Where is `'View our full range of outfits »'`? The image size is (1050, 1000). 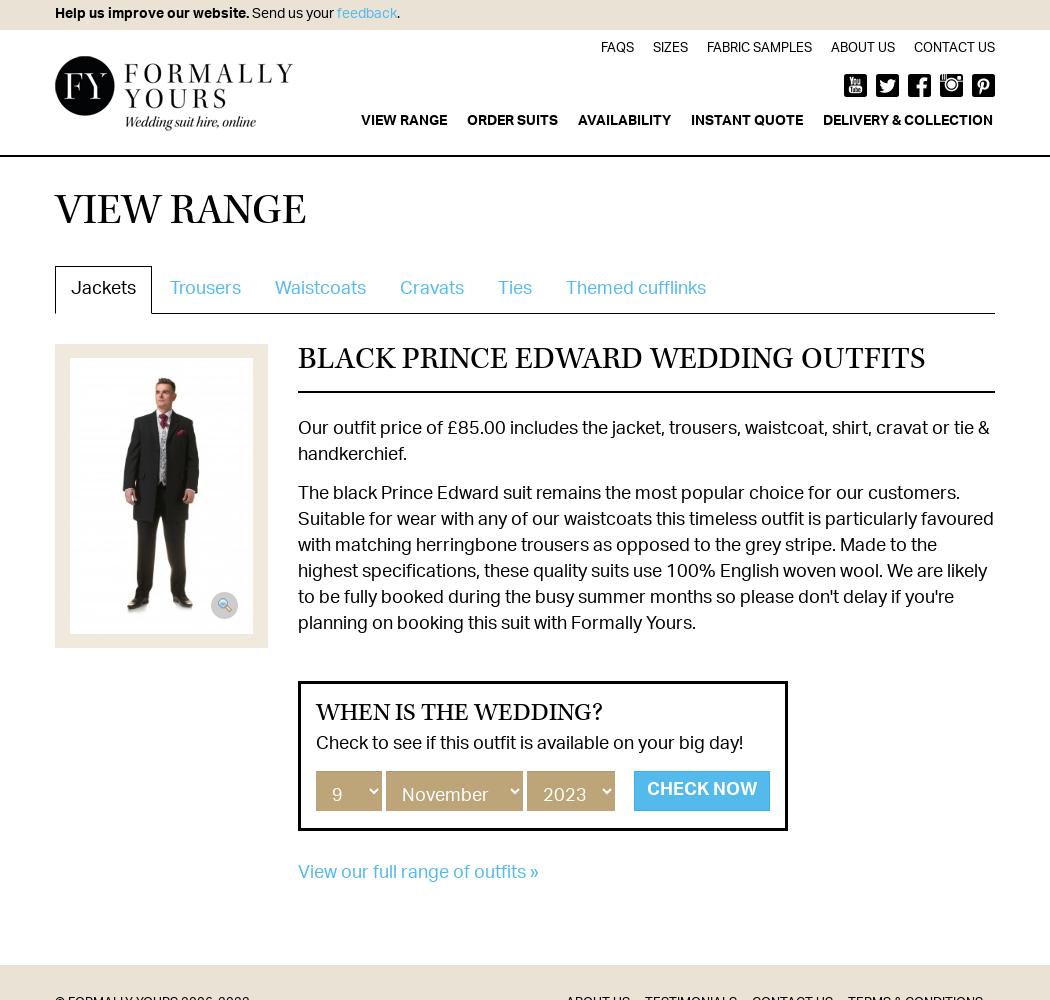 'View our full range of outfits »' is located at coordinates (296, 872).